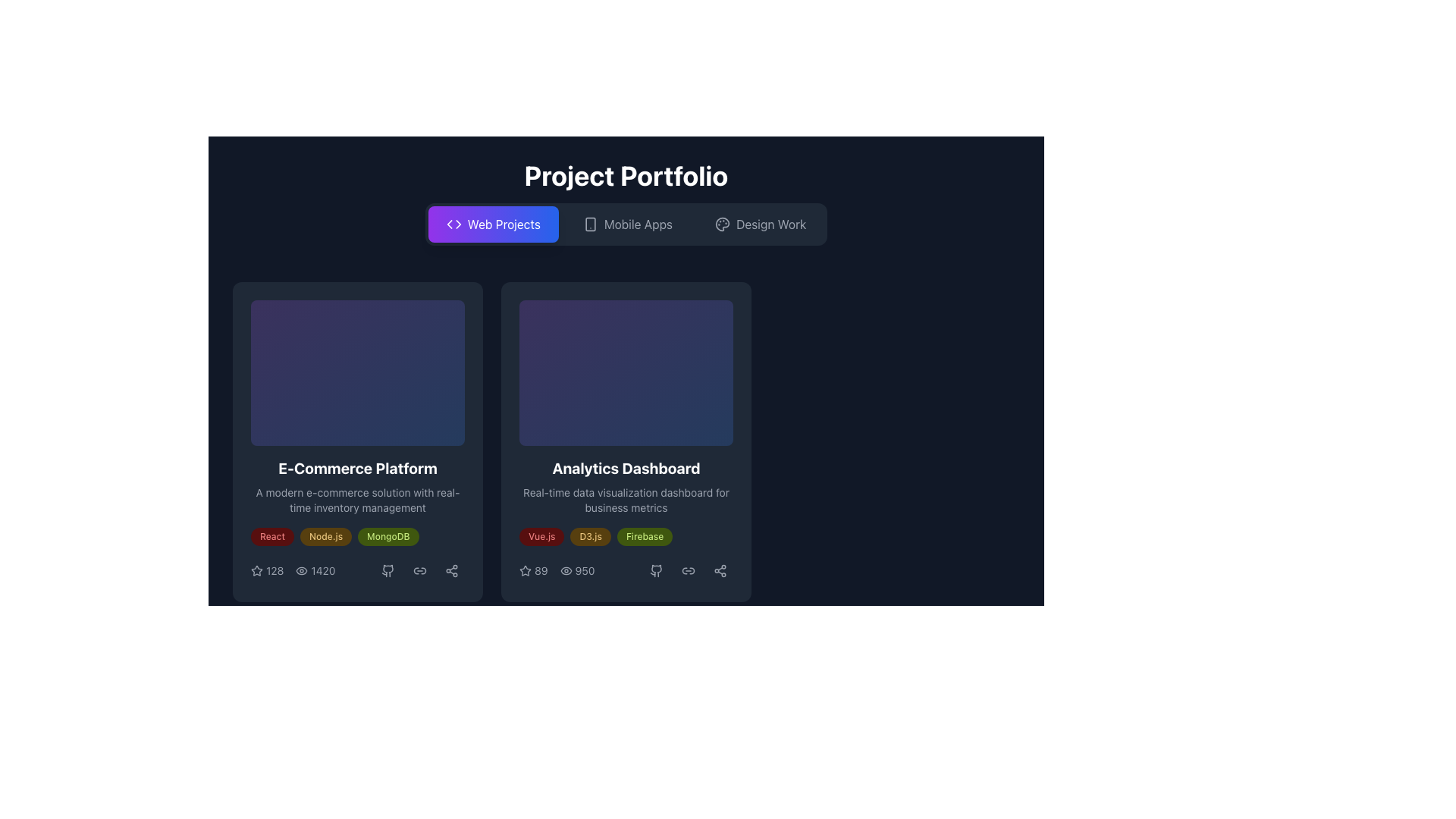 The height and width of the screenshot is (819, 1456). What do you see at coordinates (720, 570) in the screenshot?
I see `the sharing icon (SVG) located at the bottom-right corner of the 'Analytics Dashboard' card, which signifies sharing functionality` at bounding box center [720, 570].